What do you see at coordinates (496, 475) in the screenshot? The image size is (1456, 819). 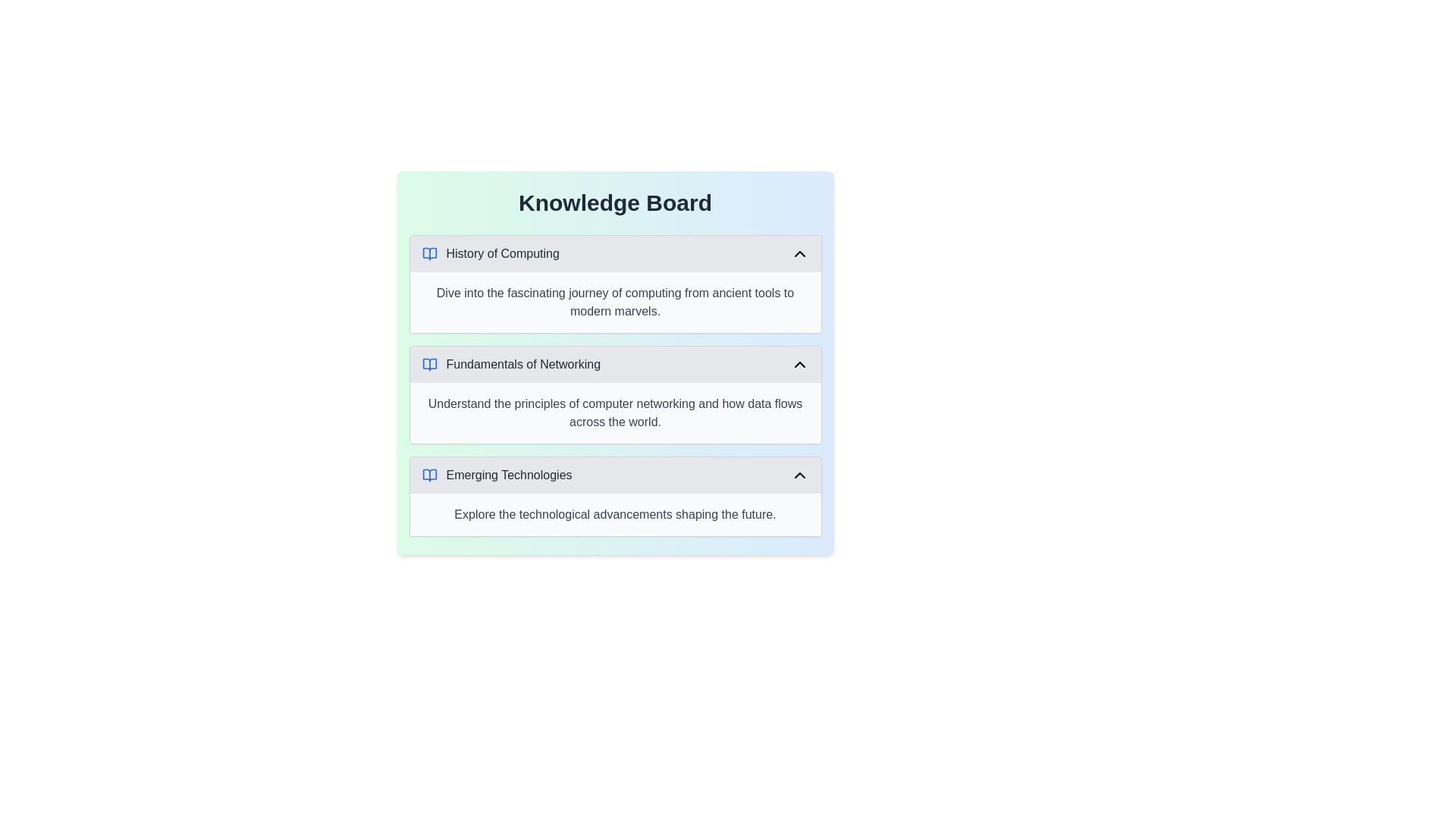 I see `the 'Emerging Technologies' label with icon located in the Knowledge Board interface, which is the third section beneath 'Fundamentals of Networking'` at bounding box center [496, 475].